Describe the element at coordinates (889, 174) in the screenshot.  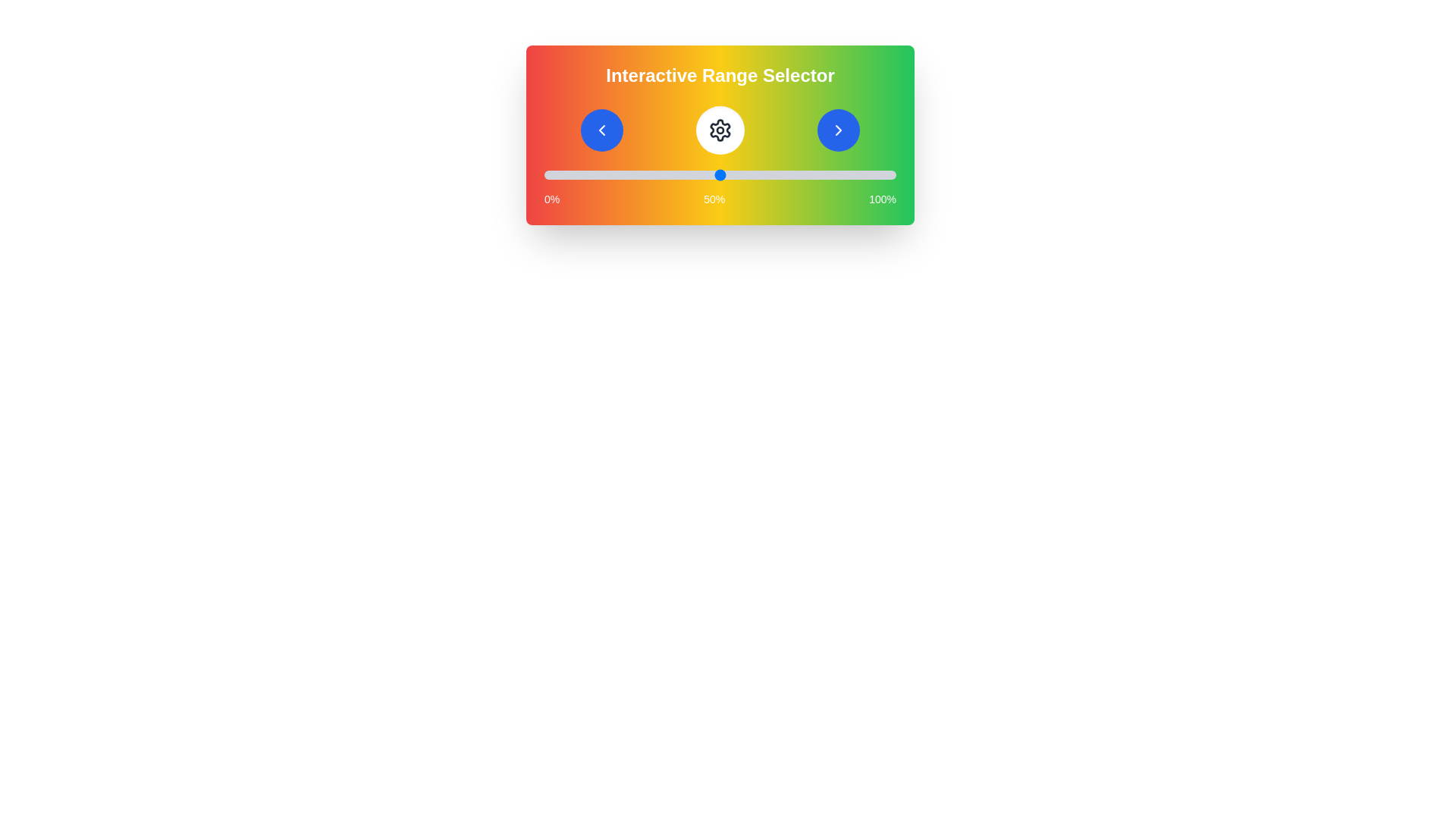
I see `the slider to set the value to 98` at that location.